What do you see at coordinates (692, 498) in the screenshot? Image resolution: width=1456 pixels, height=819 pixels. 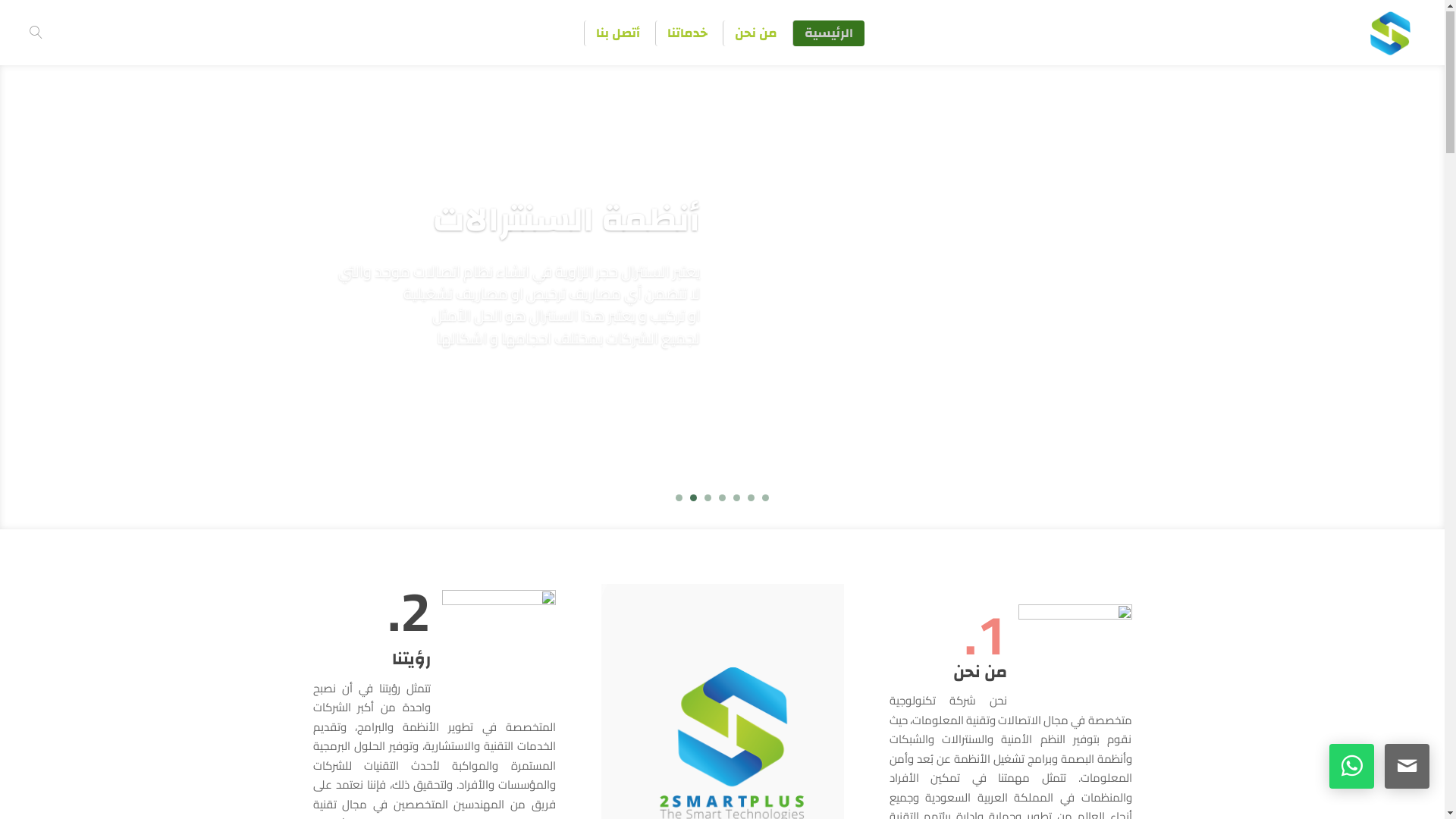 I see `'6'` at bounding box center [692, 498].